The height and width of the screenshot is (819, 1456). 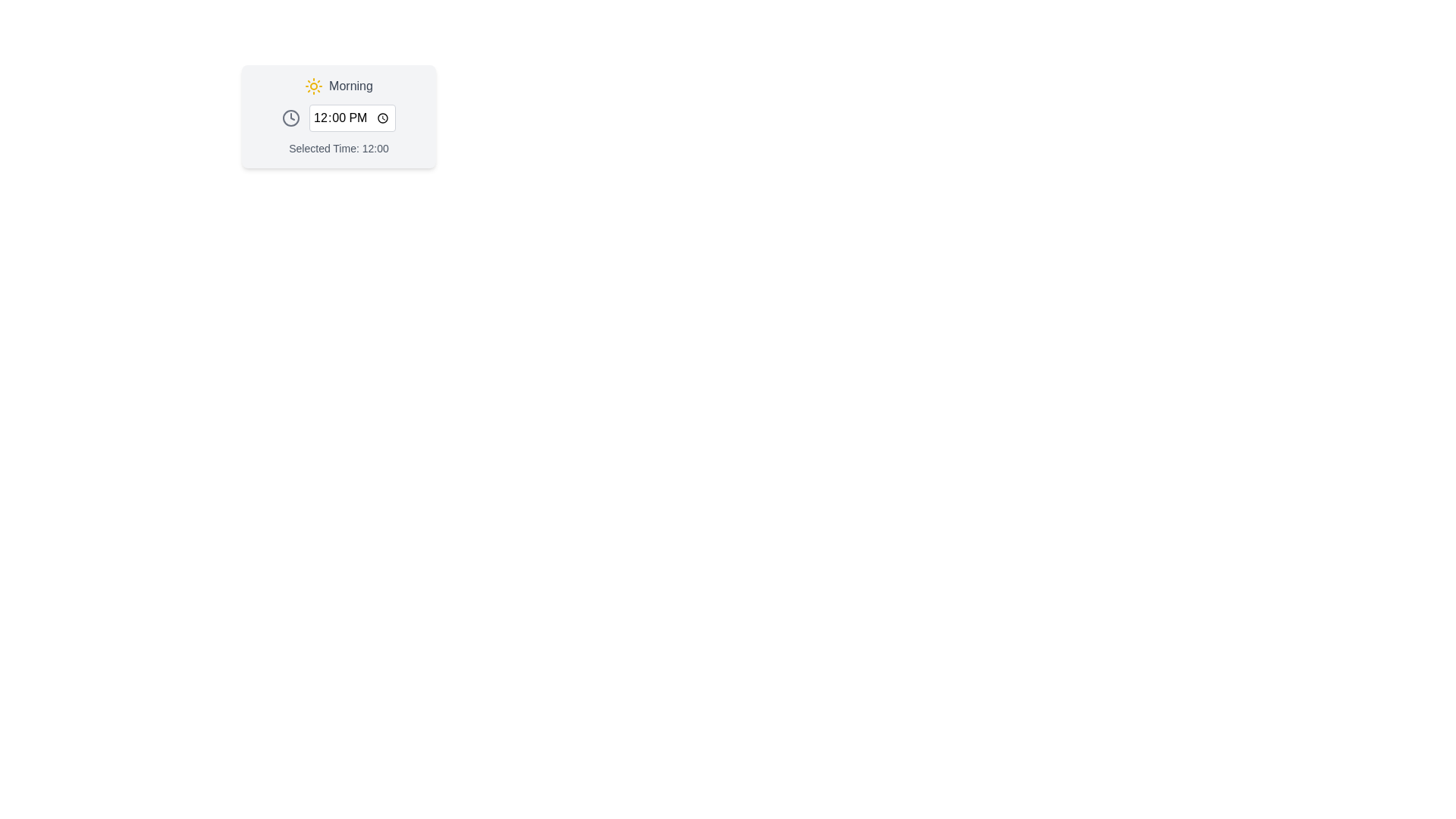 I want to click on the label indicating the selected time period 'Morning' at the top section of the card interface, so click(x=337, y=86).